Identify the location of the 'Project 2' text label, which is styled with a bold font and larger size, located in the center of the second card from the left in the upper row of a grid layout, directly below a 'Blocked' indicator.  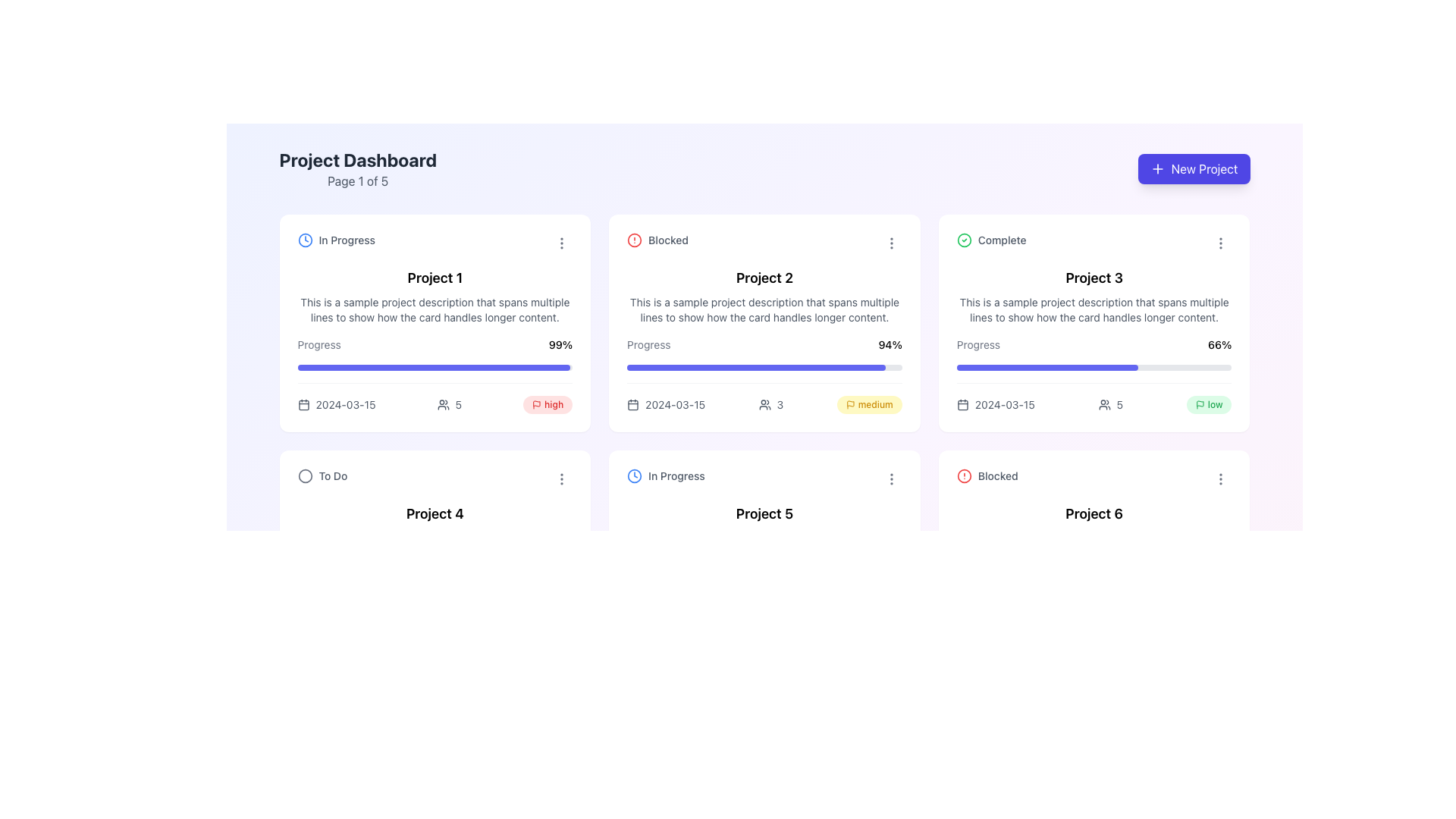
(764, 278).